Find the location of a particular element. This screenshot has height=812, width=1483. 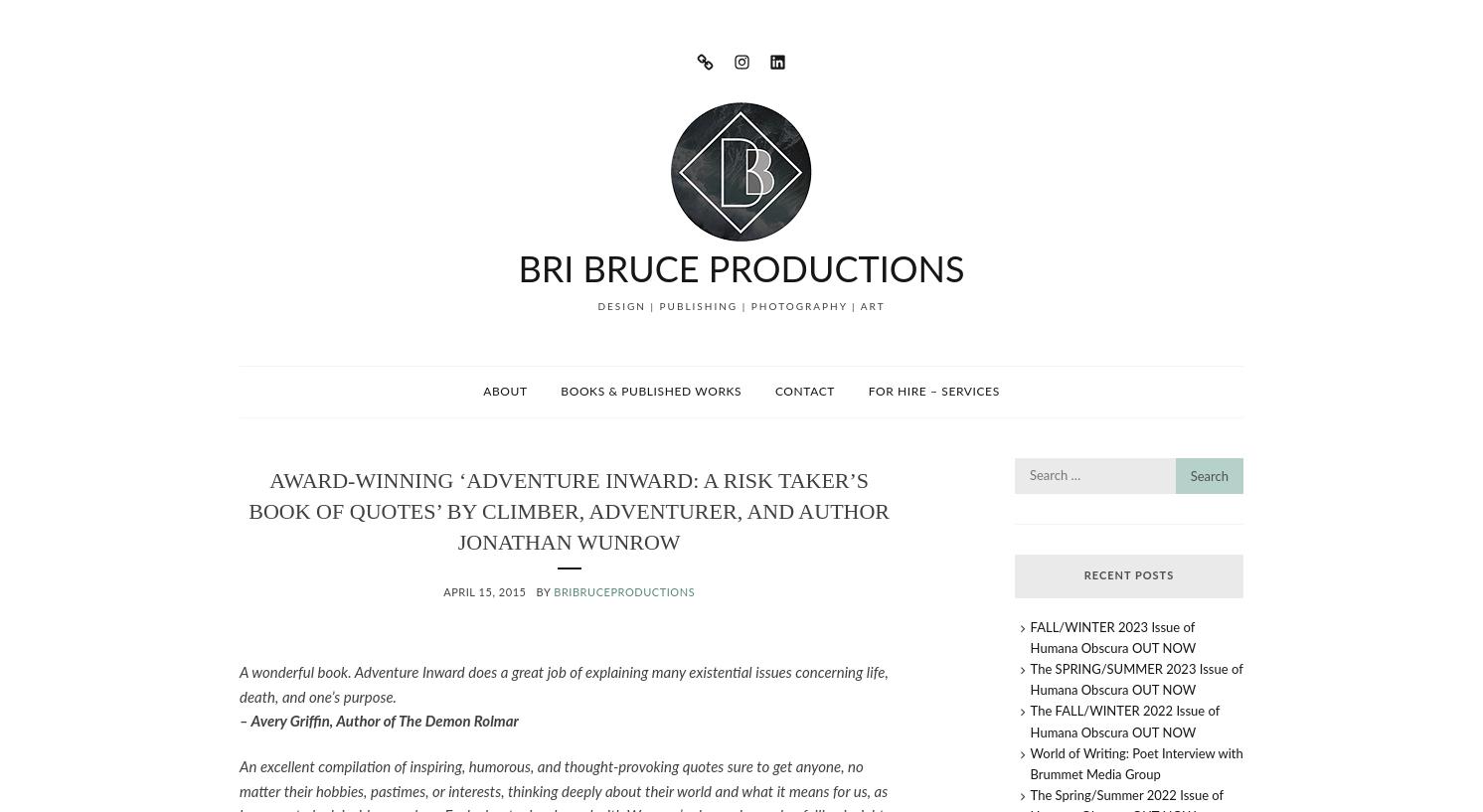

'A wonderful book. Adventure Inward does a great job of explaining many existential issues concerning life, death, and one’s purpose.' is located at coordinates (238, 684).